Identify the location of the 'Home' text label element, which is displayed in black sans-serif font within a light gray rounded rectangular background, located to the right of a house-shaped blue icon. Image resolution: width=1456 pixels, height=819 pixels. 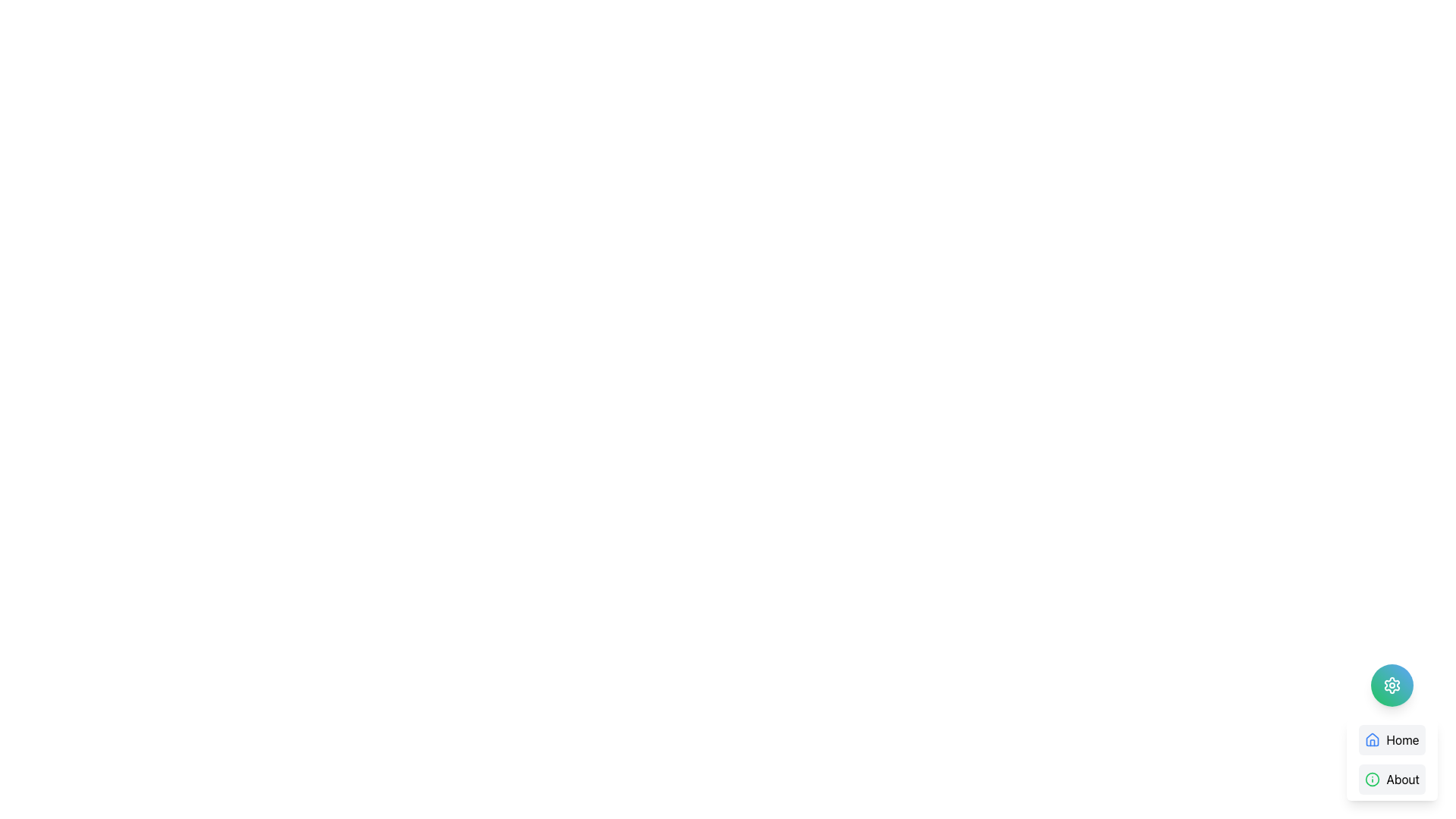
(1401, 739).